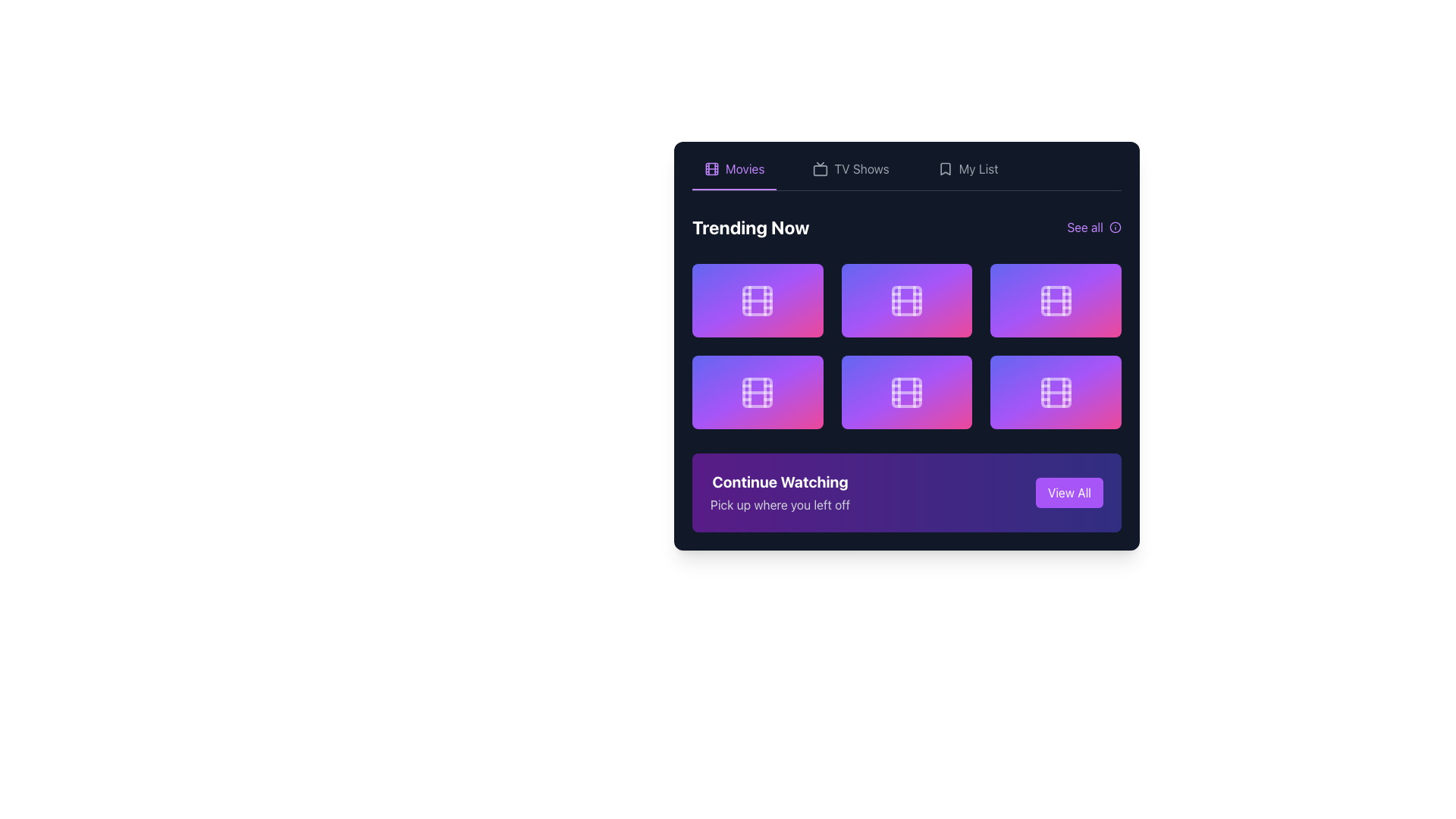 Image resolution: width=1456 pixels, height=819 pixels. Describe the element at coordinates (1055, 391) in the screenshot. I see `the navigational button representing a media entry located in the third column and second row of the 'Trending Now' section` at that location.